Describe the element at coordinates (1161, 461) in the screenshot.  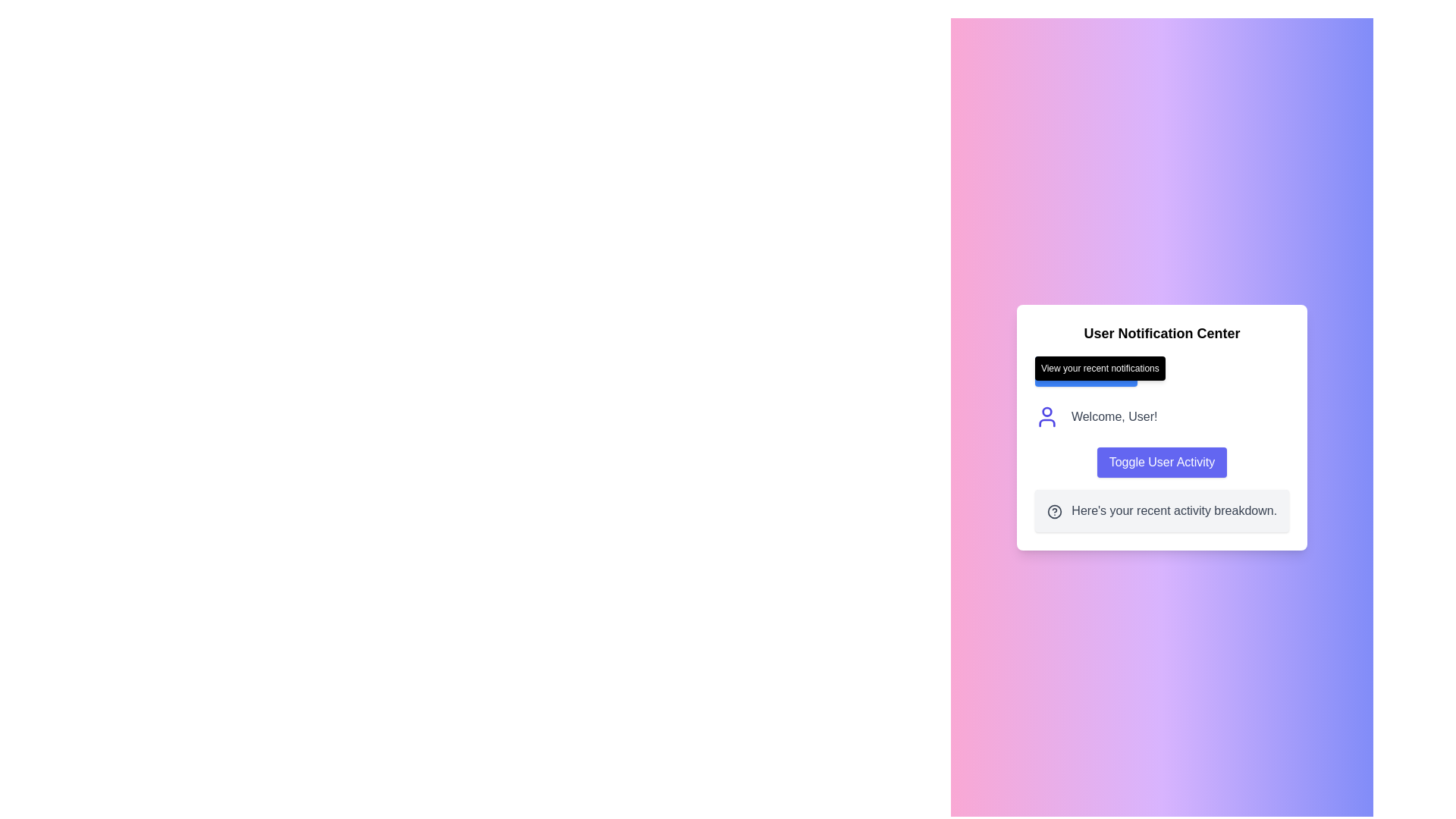
I see `the button that toggles the visibility of user activity information in the 'User Notification Center'` at that location.